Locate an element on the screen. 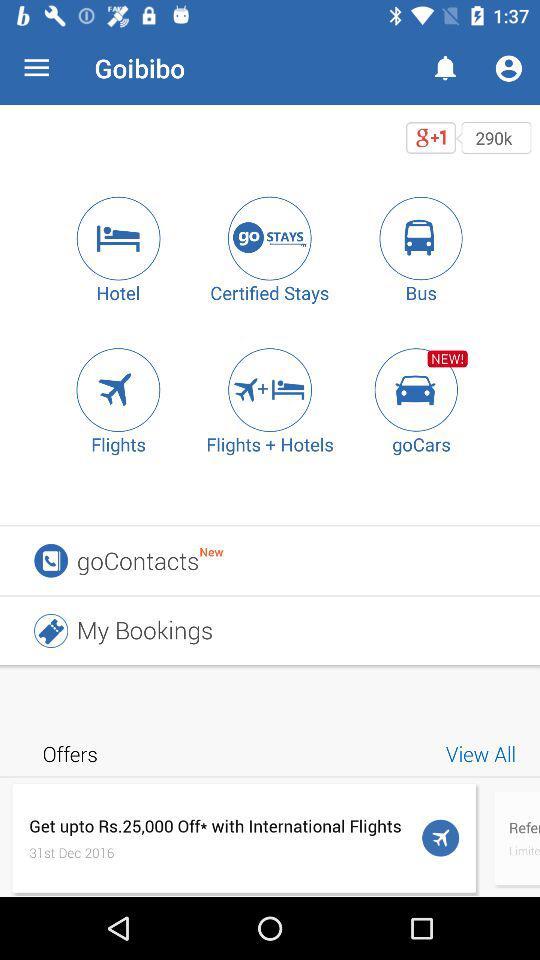  open certified stays window is located at coordinates (270, 238).